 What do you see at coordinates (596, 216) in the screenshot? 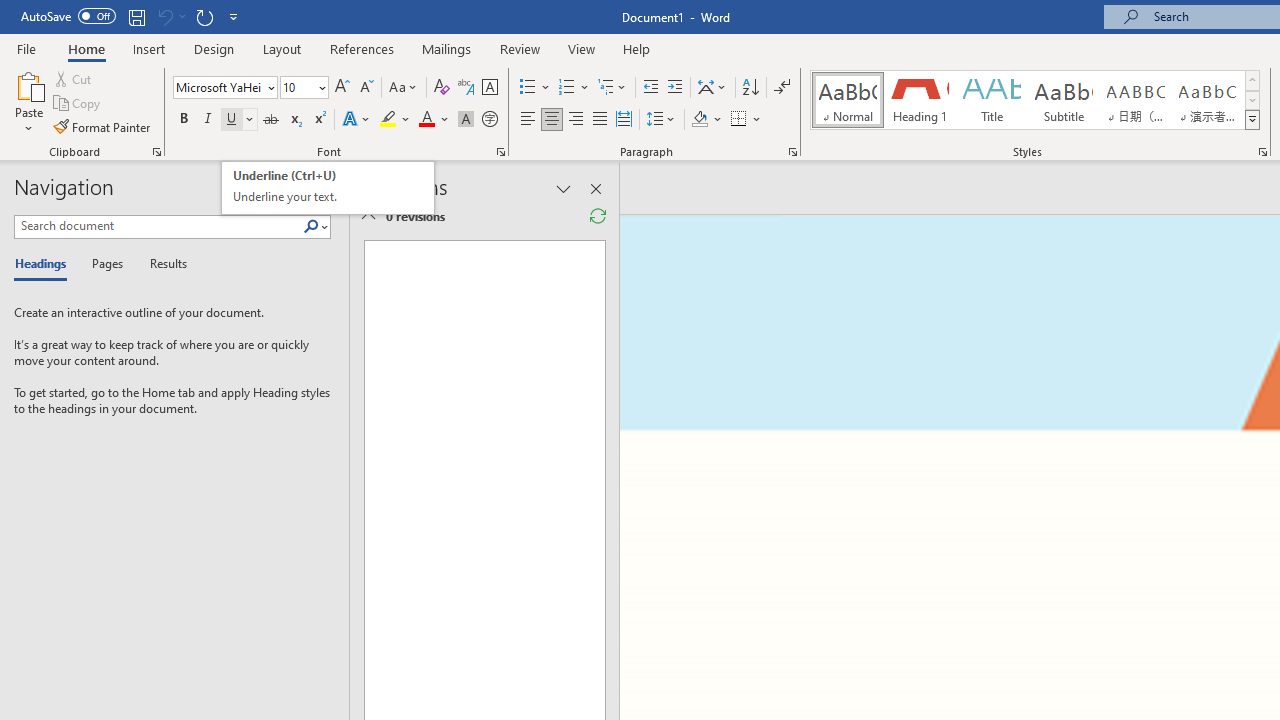
I see `'Refresh Reviewing Pane'` at bounding box center [596, 216].